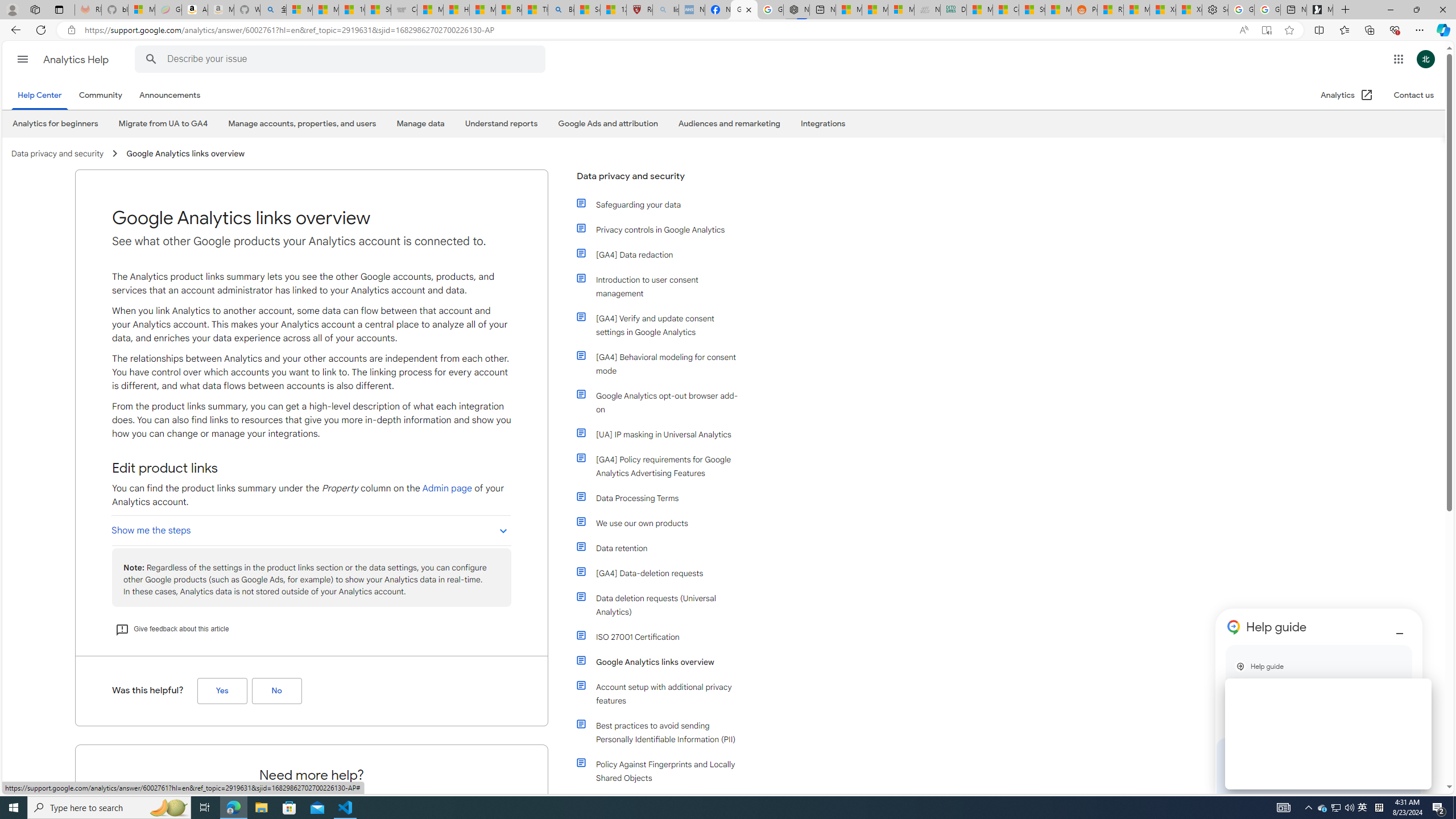 This screenshot has width=1456, height=819. Describe the element at coordinates (22, 59) in the screenshot. I see `'Main menu'` at that location.